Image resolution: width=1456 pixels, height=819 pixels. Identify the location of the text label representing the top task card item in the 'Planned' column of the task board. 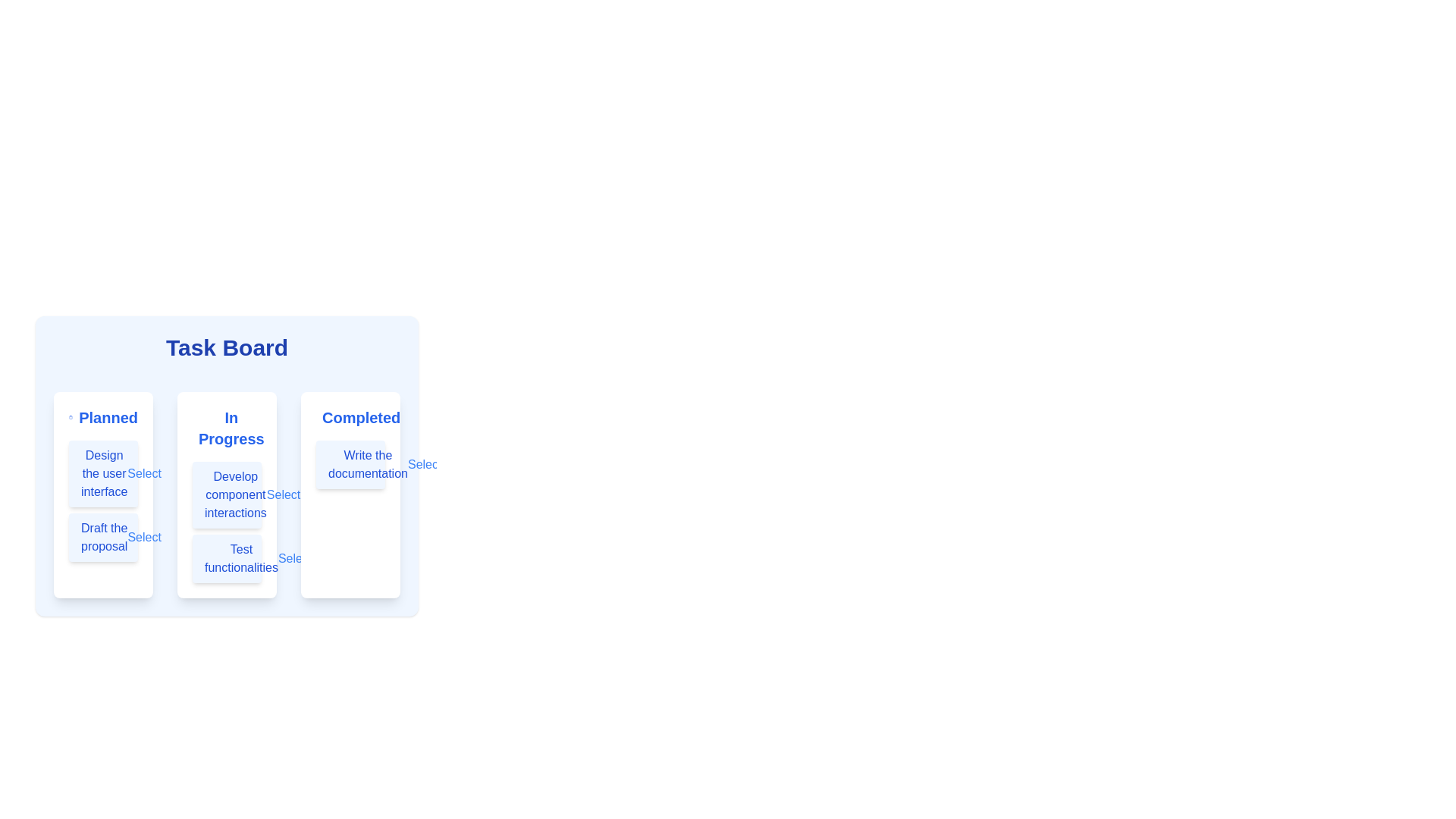
(103, 472).